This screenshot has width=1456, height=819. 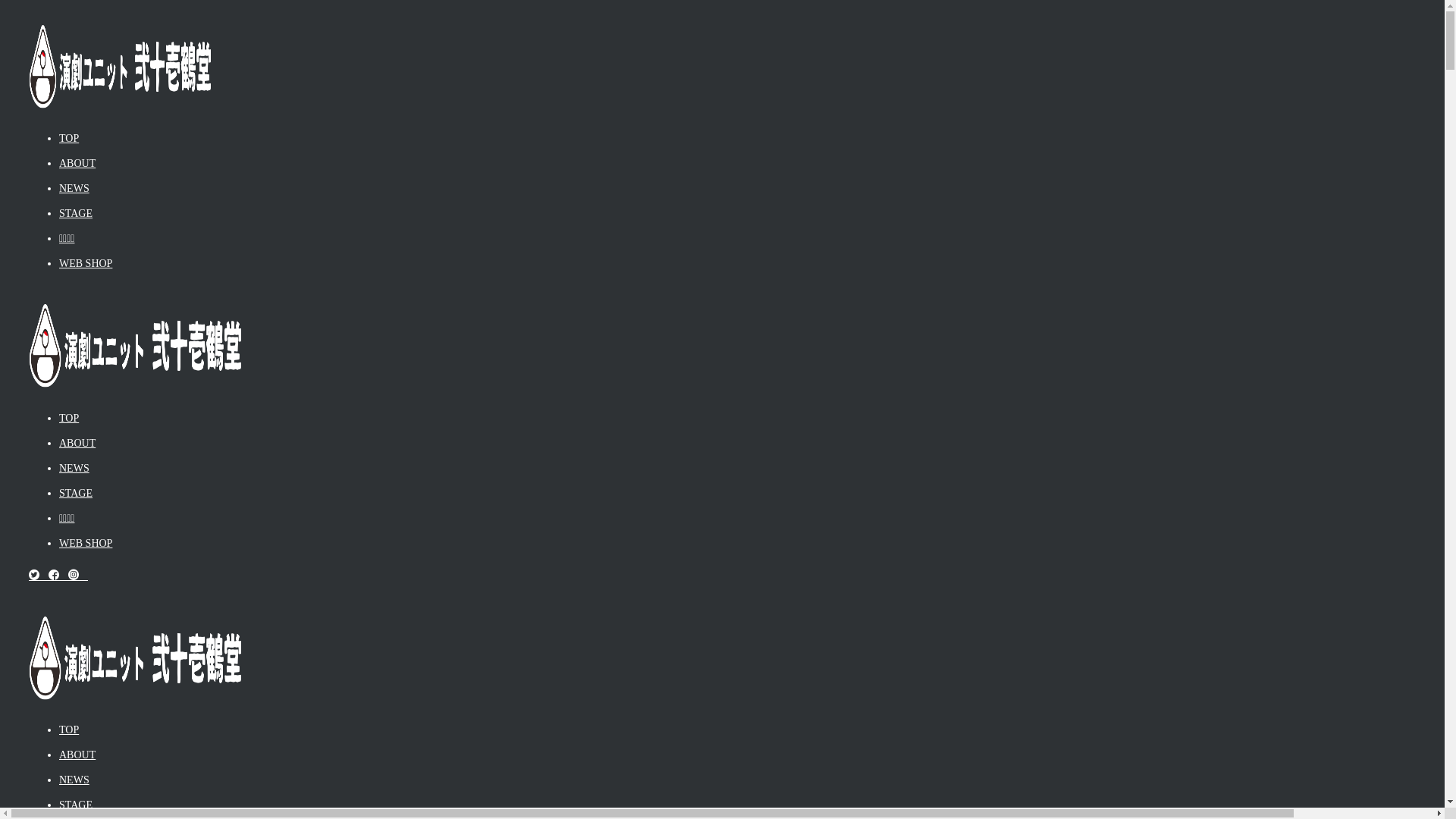 What do you see at coordinates (68, 729) in the screenshot?
I see `'TOP'` at bounding box center [68, 729].